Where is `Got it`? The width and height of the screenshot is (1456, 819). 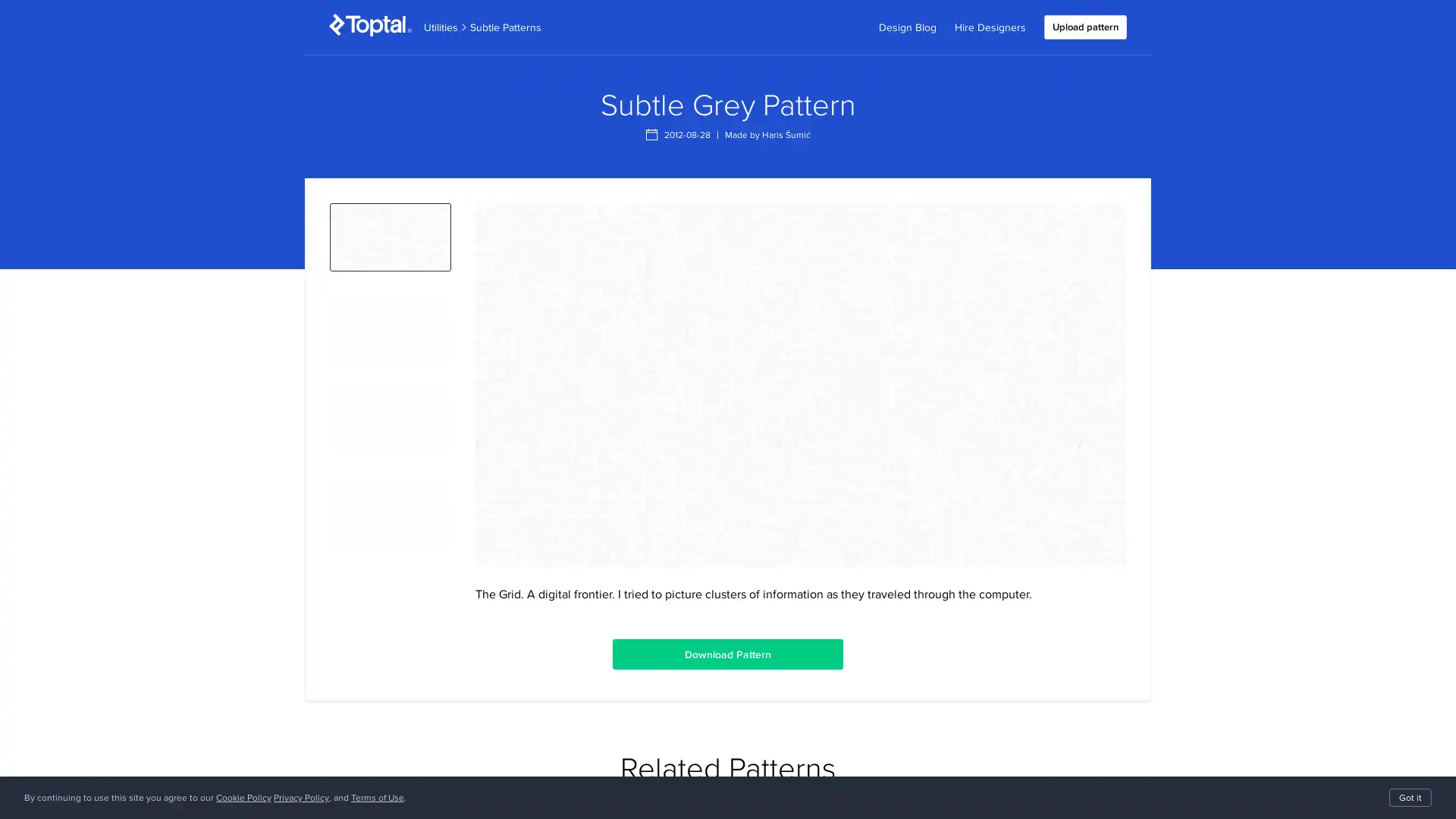
Got it is located at coordinates (1410, 797).